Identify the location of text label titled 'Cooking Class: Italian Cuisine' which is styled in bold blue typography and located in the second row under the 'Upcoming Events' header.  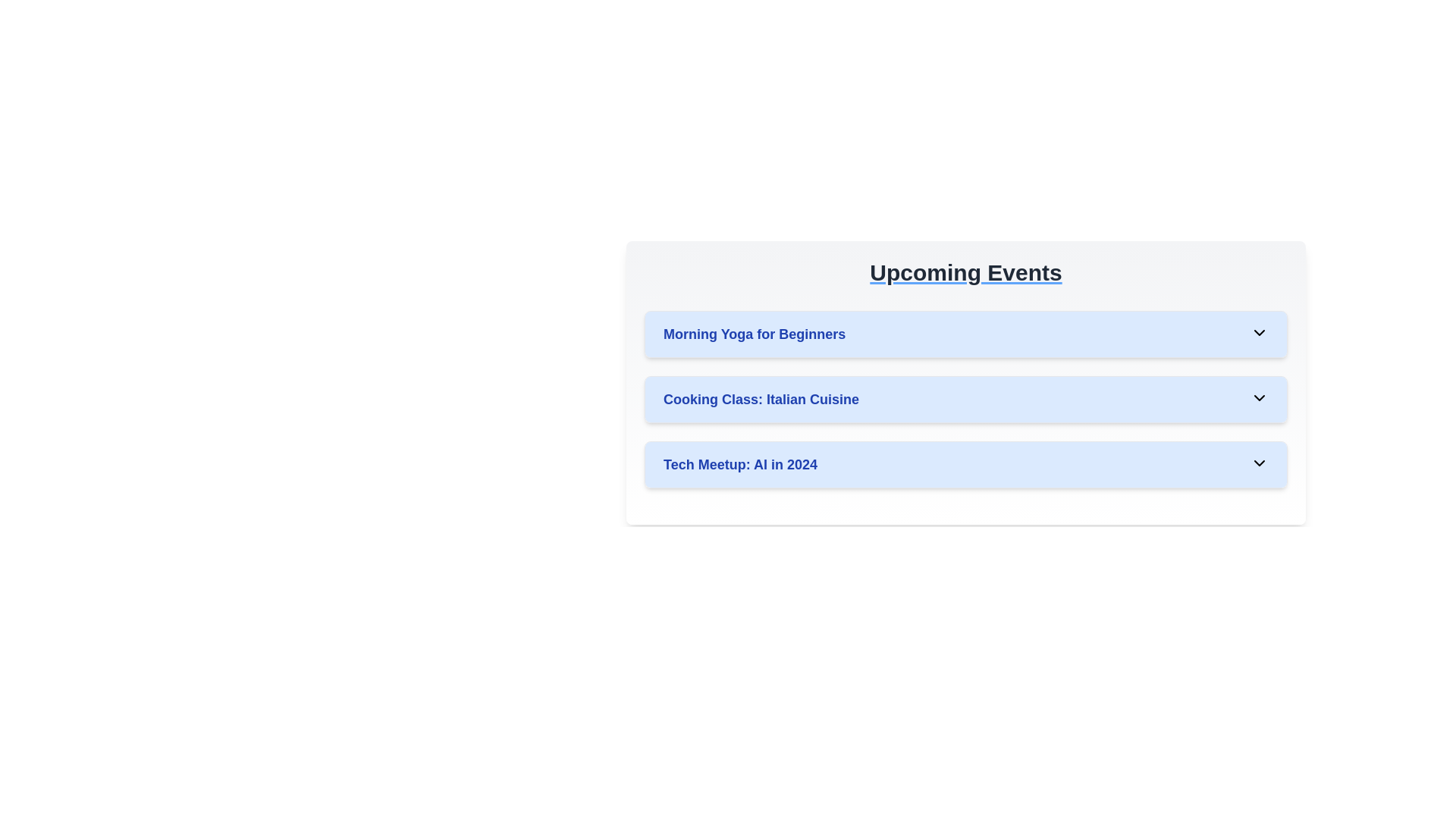
(761, 399).